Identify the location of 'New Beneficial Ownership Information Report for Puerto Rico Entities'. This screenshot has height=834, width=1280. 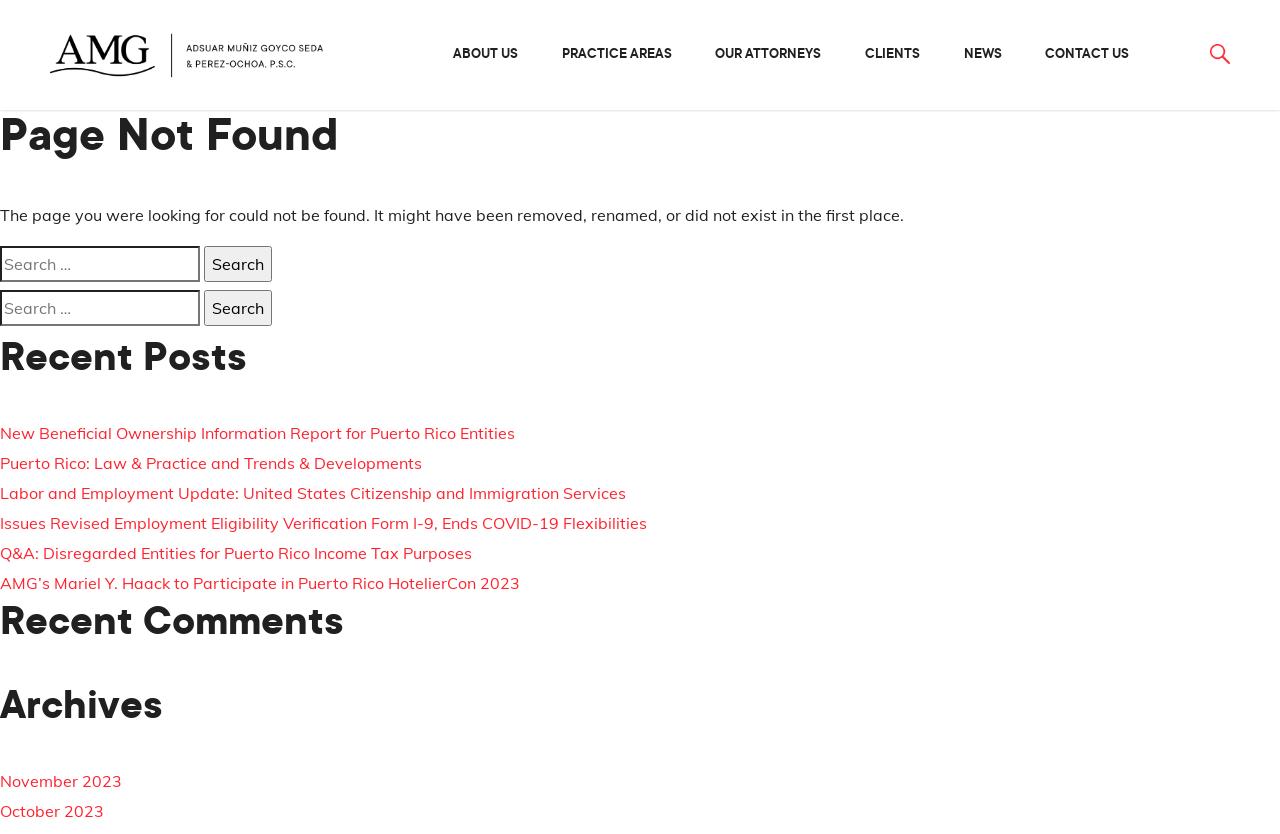
(256, 433).